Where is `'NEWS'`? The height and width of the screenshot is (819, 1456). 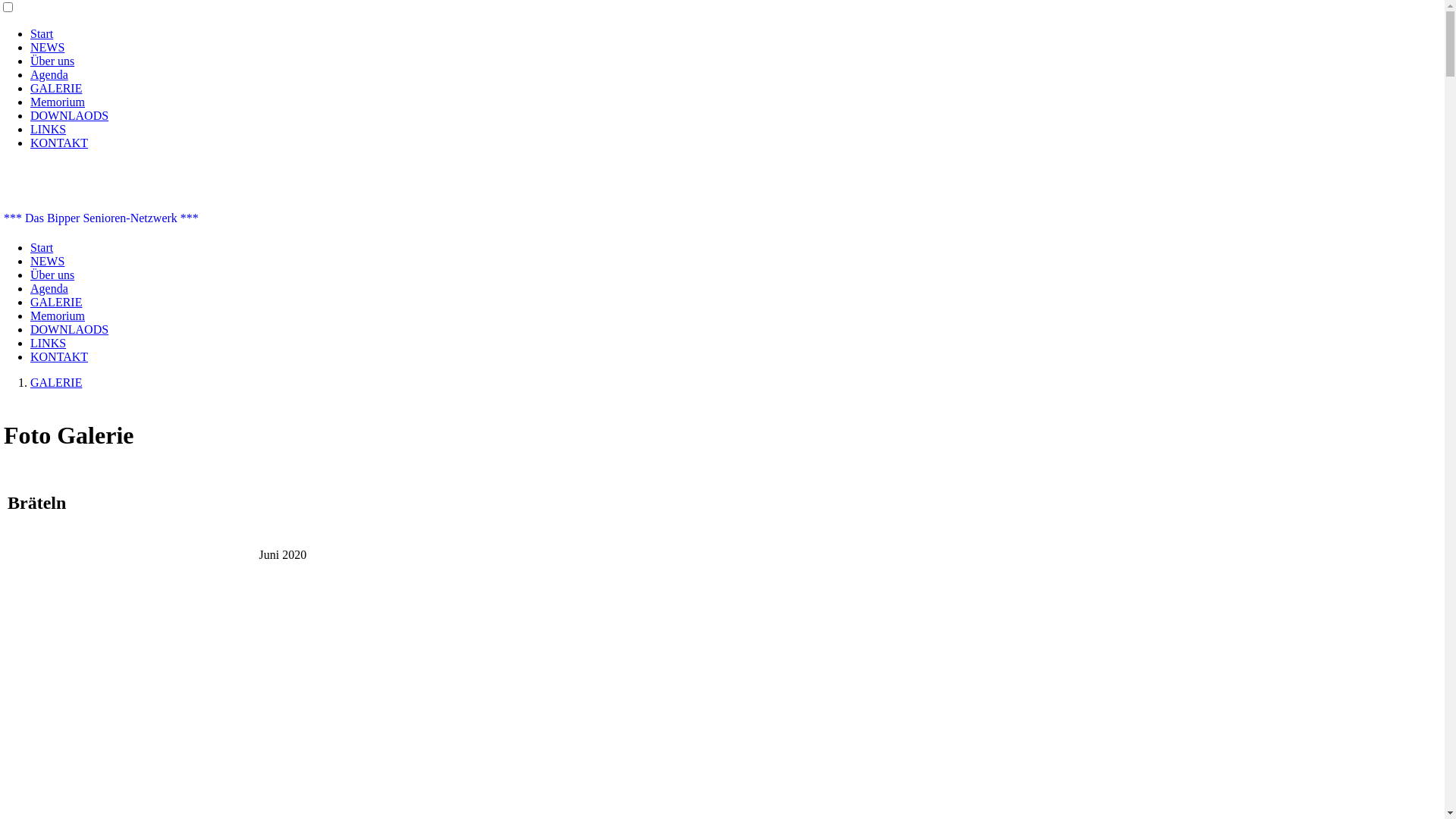
'NEWS' is located at coordinates (47, 260).